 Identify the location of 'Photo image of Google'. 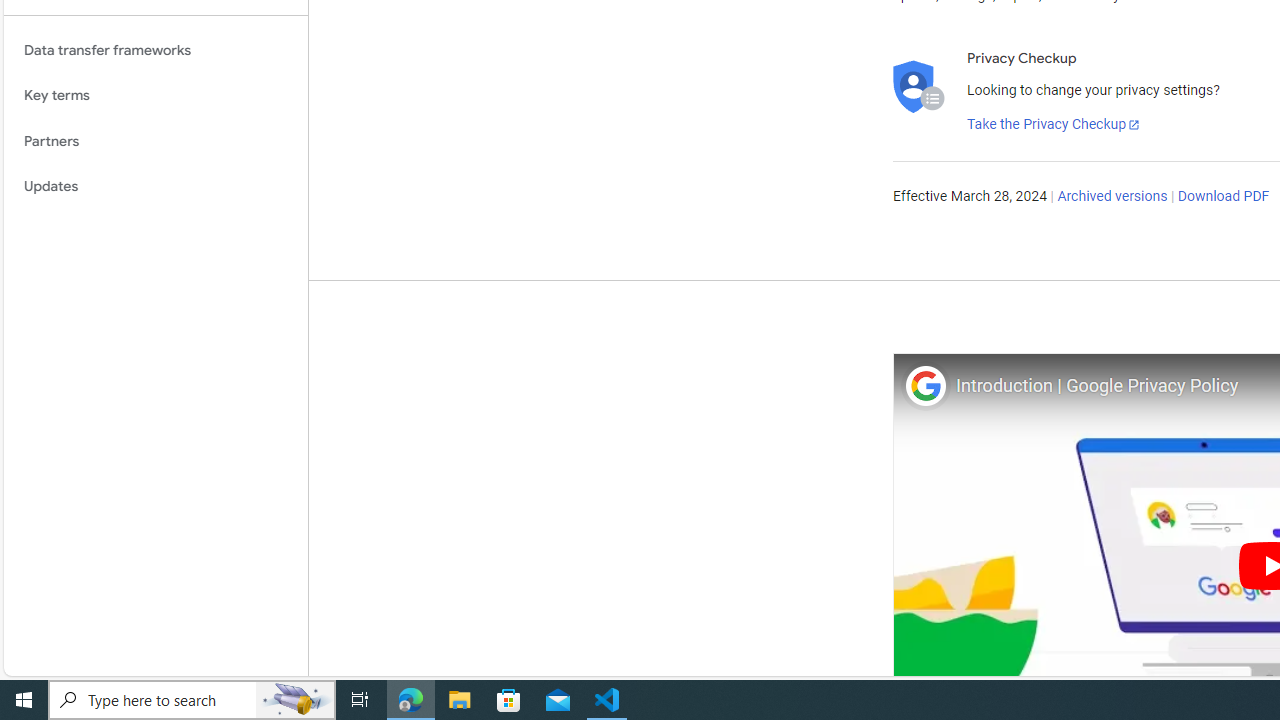
(925, 385).